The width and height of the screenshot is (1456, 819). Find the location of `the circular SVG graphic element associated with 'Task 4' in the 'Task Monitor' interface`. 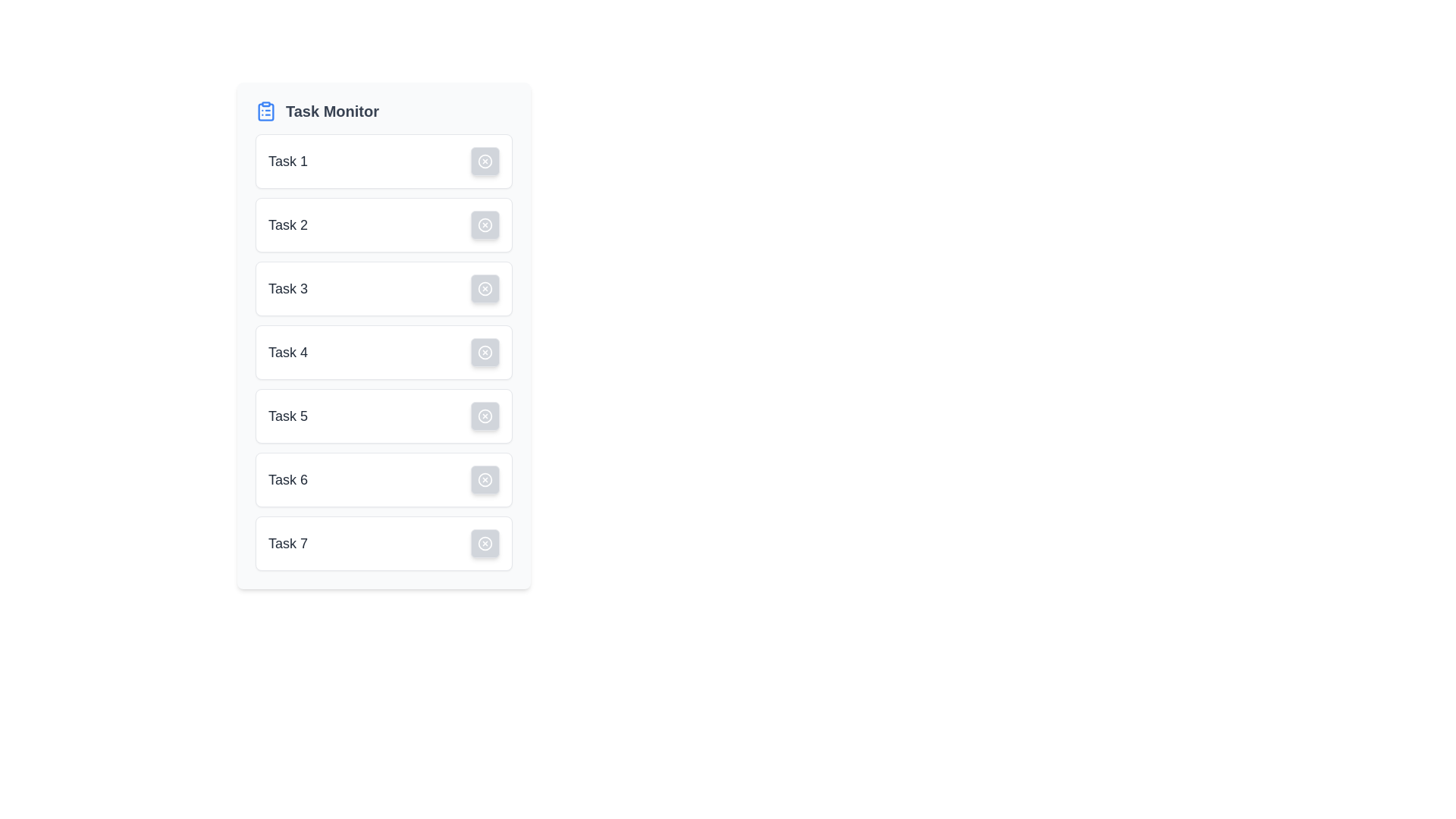

the circular SVG graphic element associated with 'Task 4' in the 'Task Monitor' interface is located at coordinates (484, 353).